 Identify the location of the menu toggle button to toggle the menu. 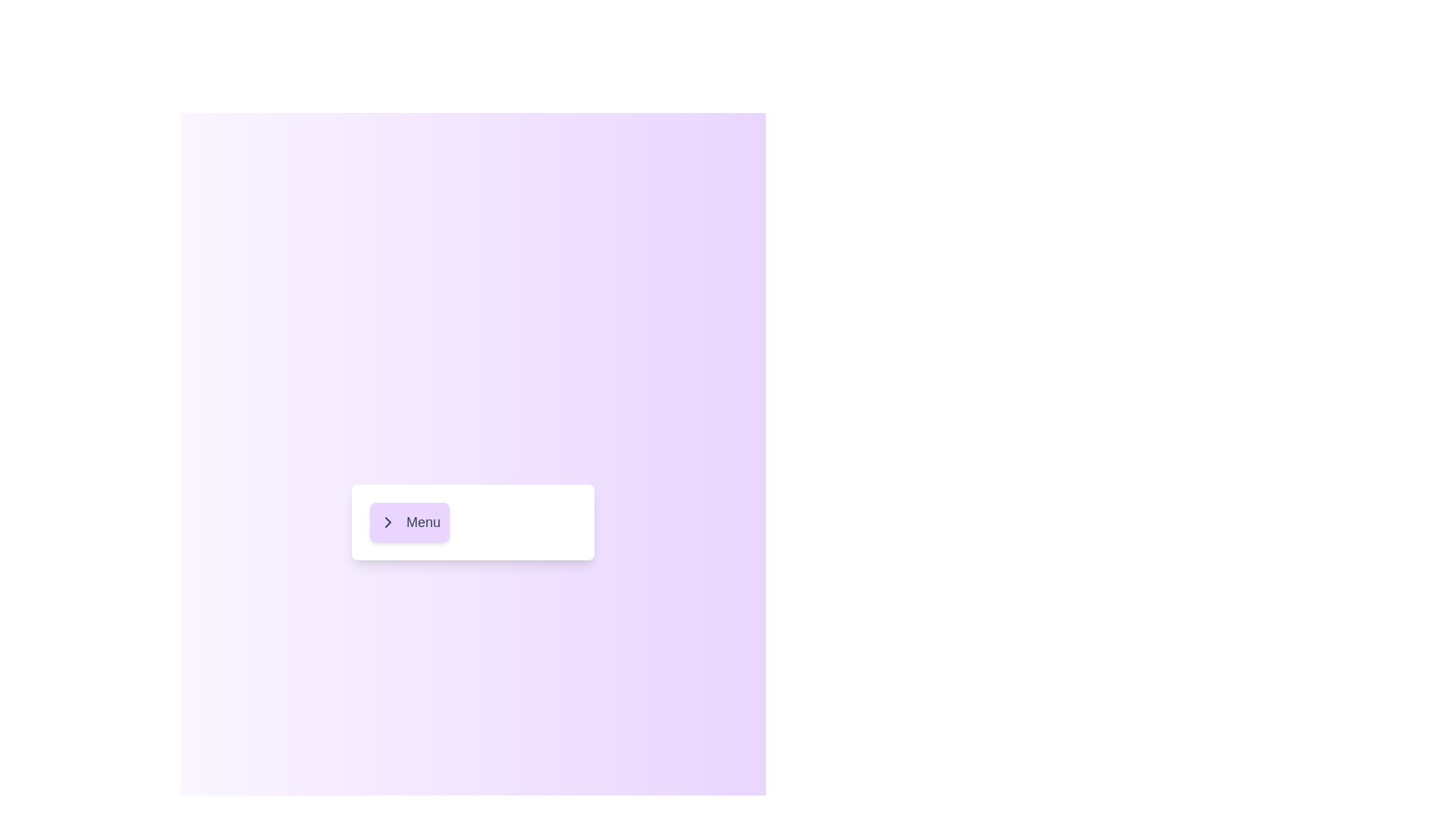
(409, 522).